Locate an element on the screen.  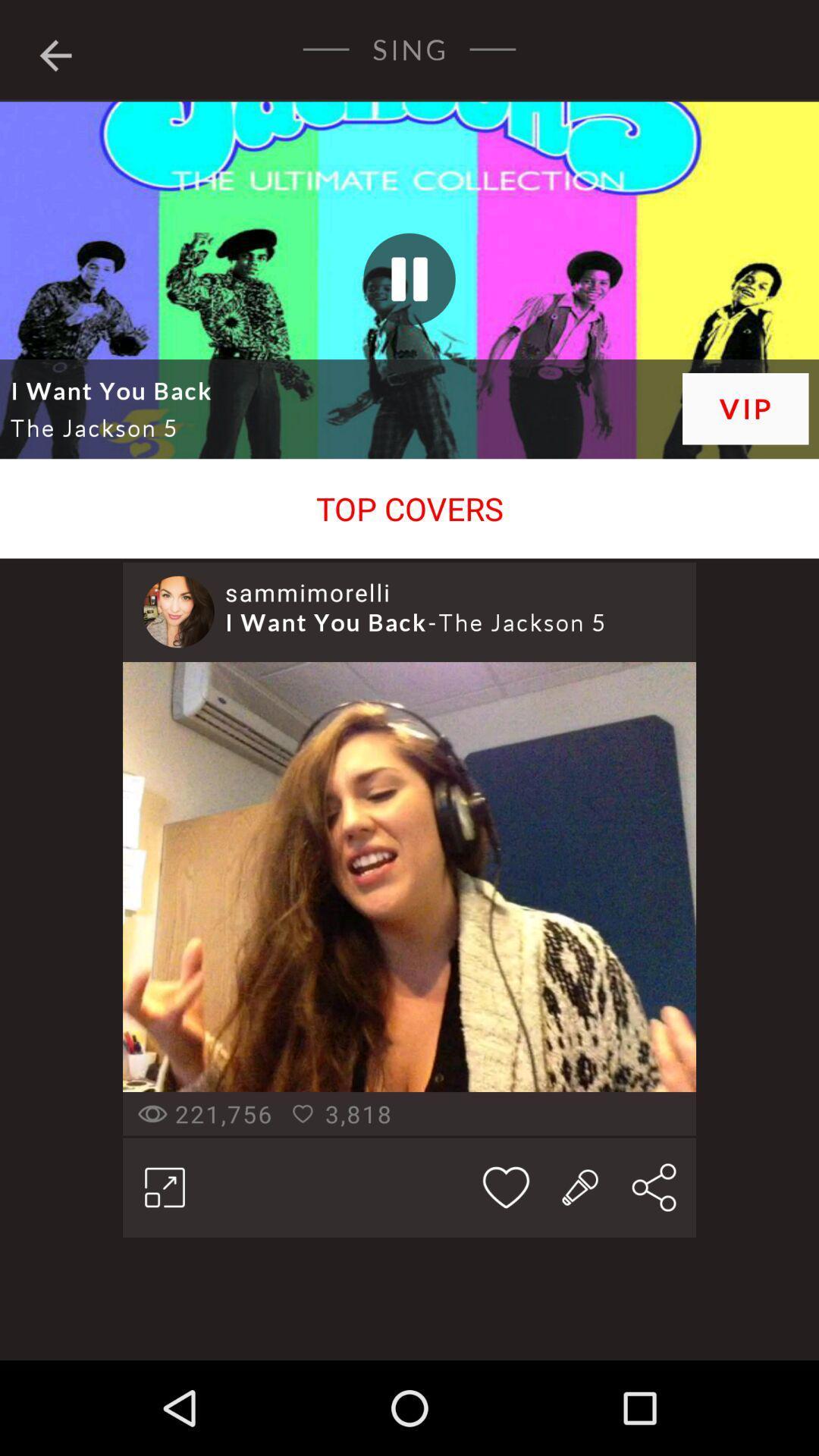
the item below the top covers item is located at coordinates (177, 611).